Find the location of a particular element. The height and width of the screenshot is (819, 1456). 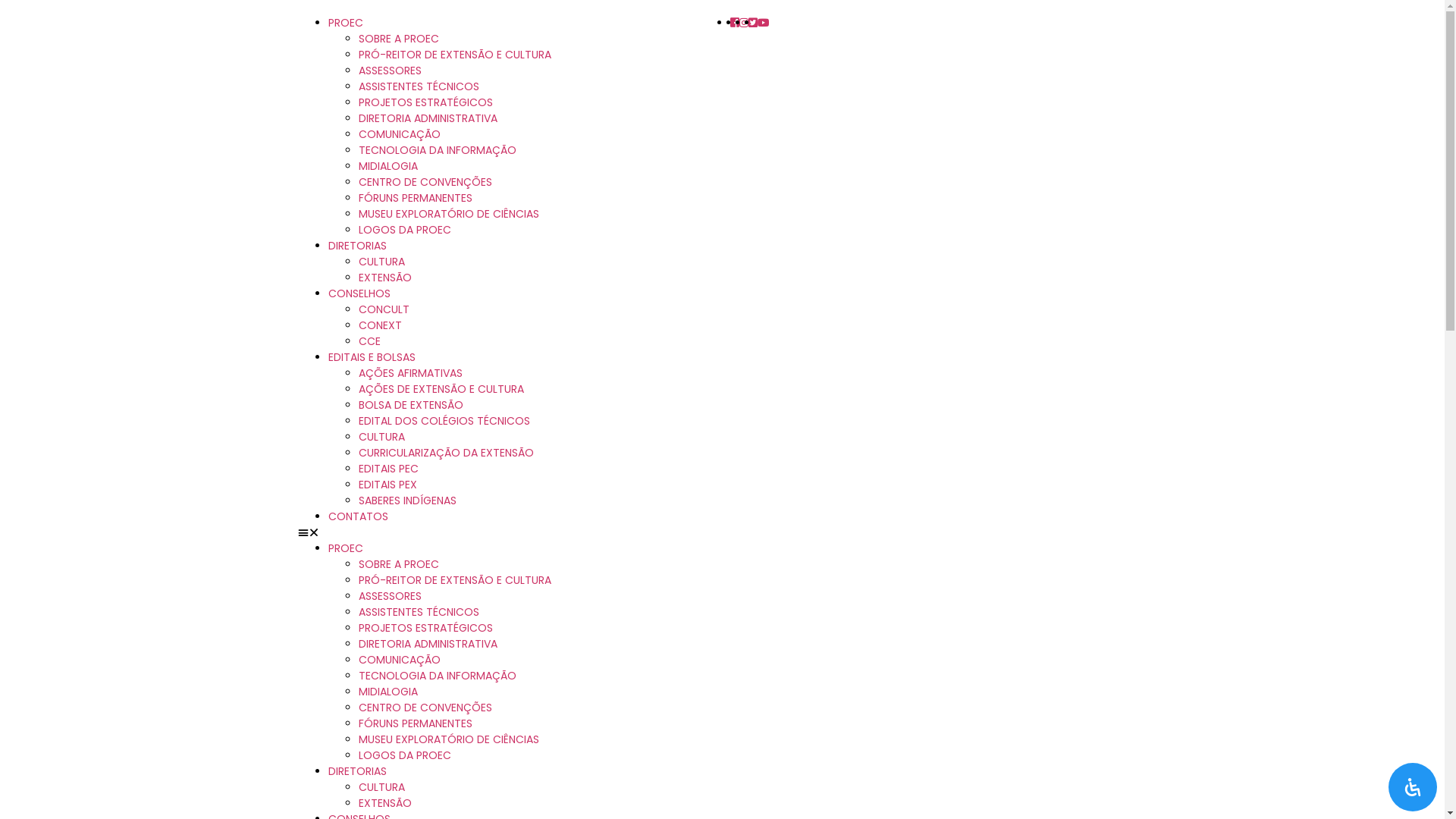

'SOBRE A PROEC' is located at coordinates (397, 564).